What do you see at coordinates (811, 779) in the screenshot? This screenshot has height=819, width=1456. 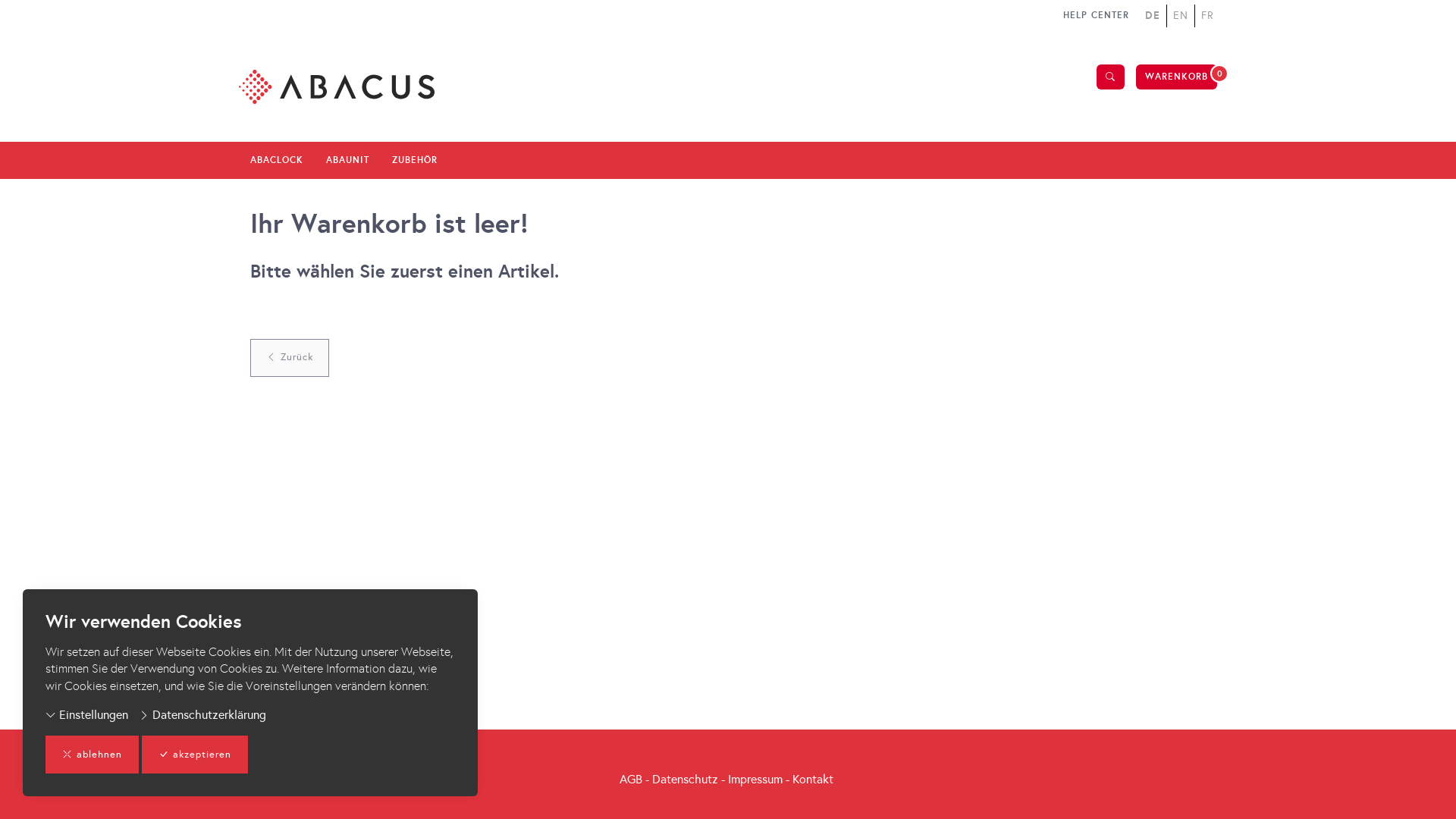 I see `'Kontakt'` at bounding box center [811, 779].